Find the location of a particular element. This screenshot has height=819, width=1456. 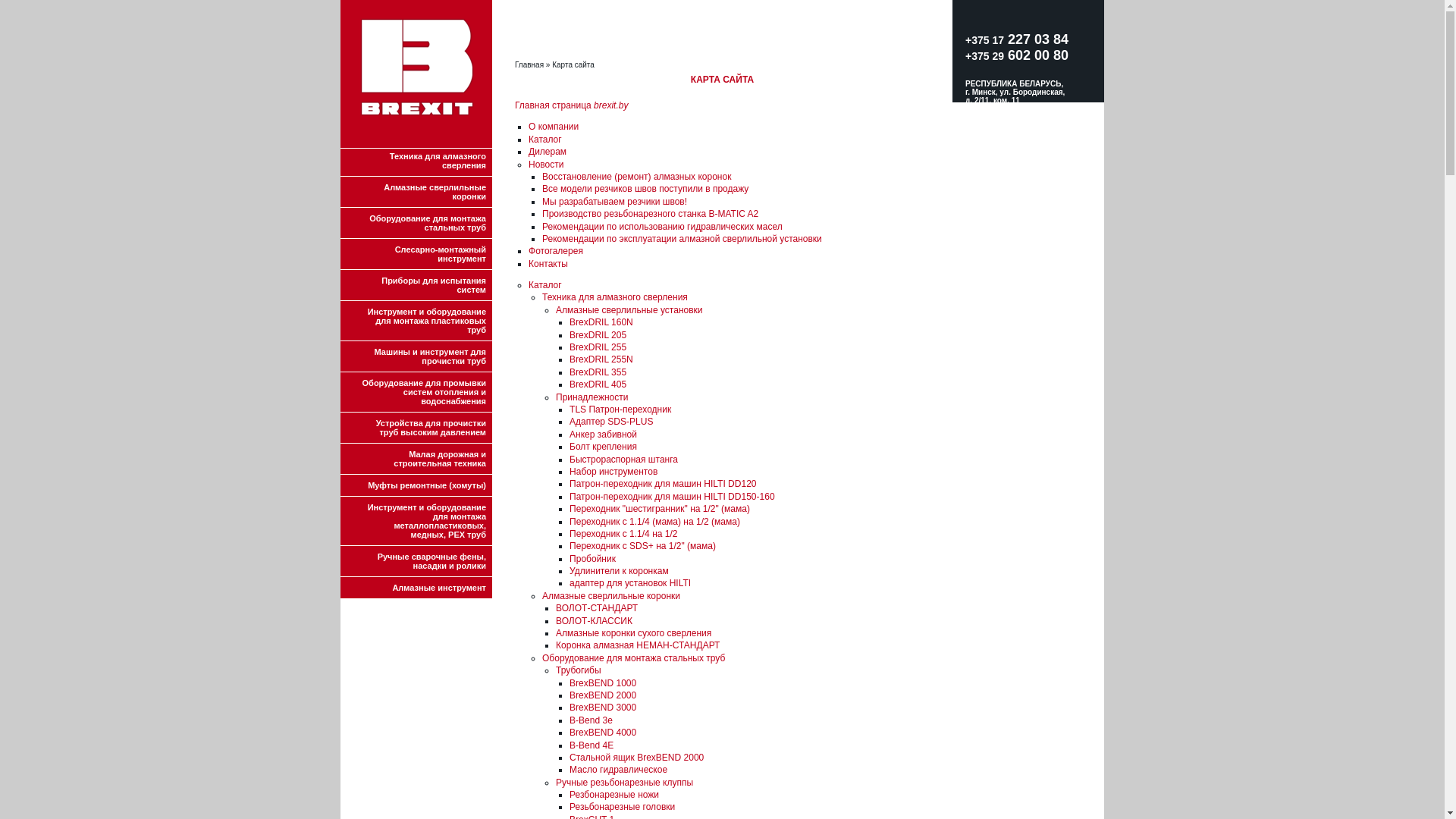

'B-Bend 3e' is located at coordinates (590, 719).